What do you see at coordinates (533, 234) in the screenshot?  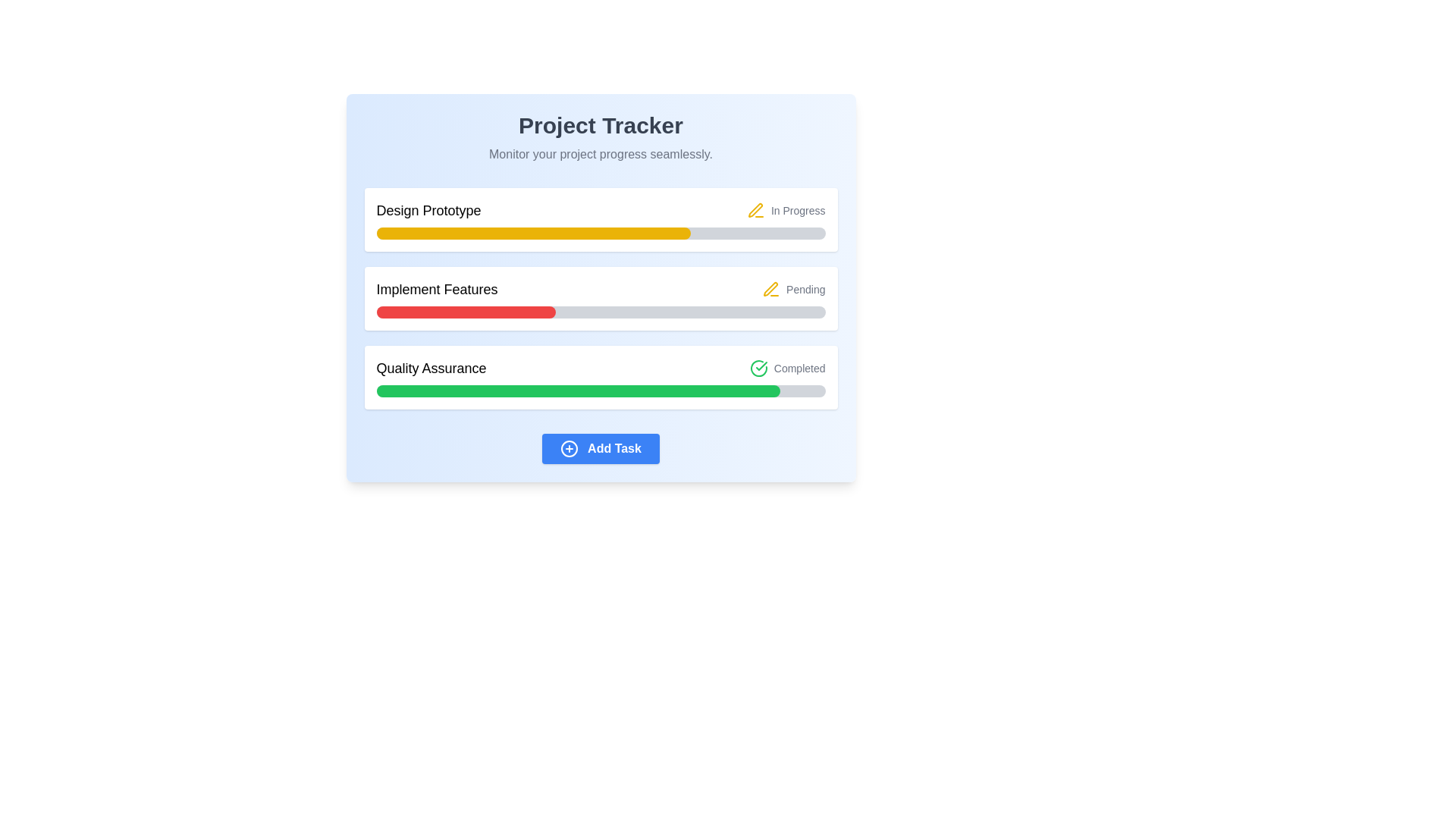 I see `the visual representation of the task progress by interacting with the yellow progress bar segment that is filled to approximately 70% within the 'Design Prototype' task` at bounding box center [533, 234].